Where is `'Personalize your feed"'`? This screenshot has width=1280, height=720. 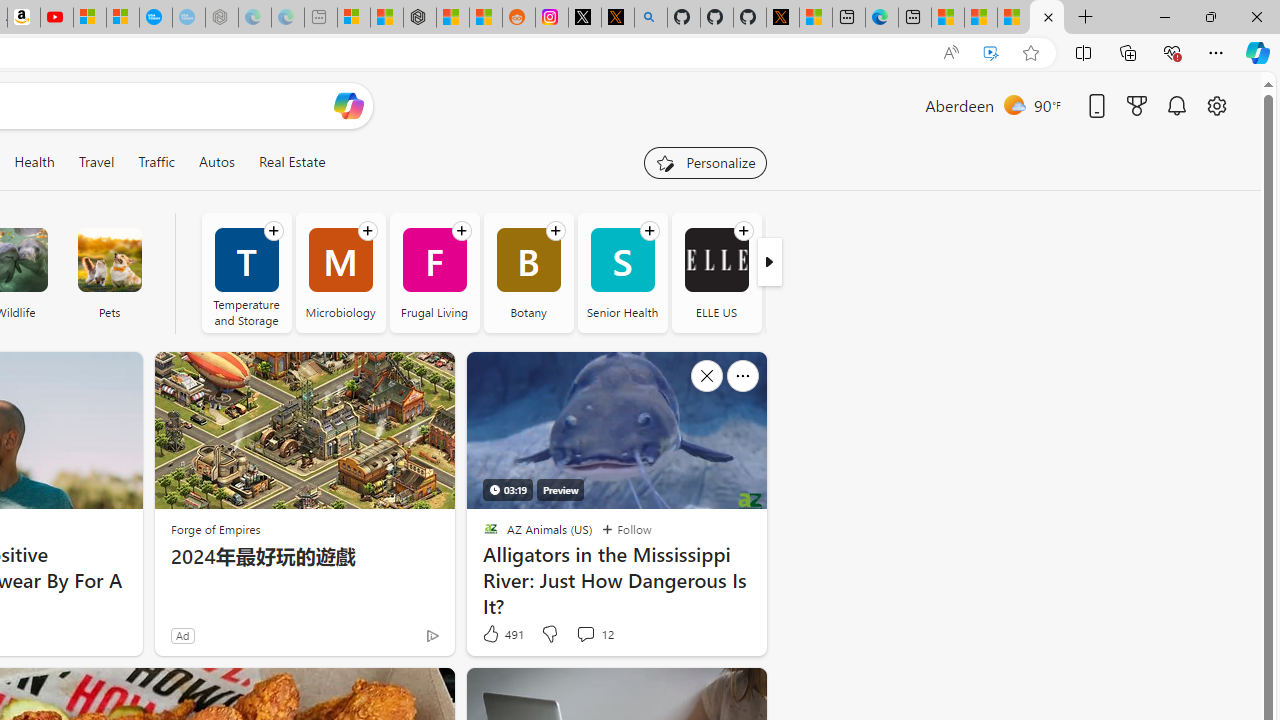
'Personalize your feed"' is located at coordinates (705, 162).